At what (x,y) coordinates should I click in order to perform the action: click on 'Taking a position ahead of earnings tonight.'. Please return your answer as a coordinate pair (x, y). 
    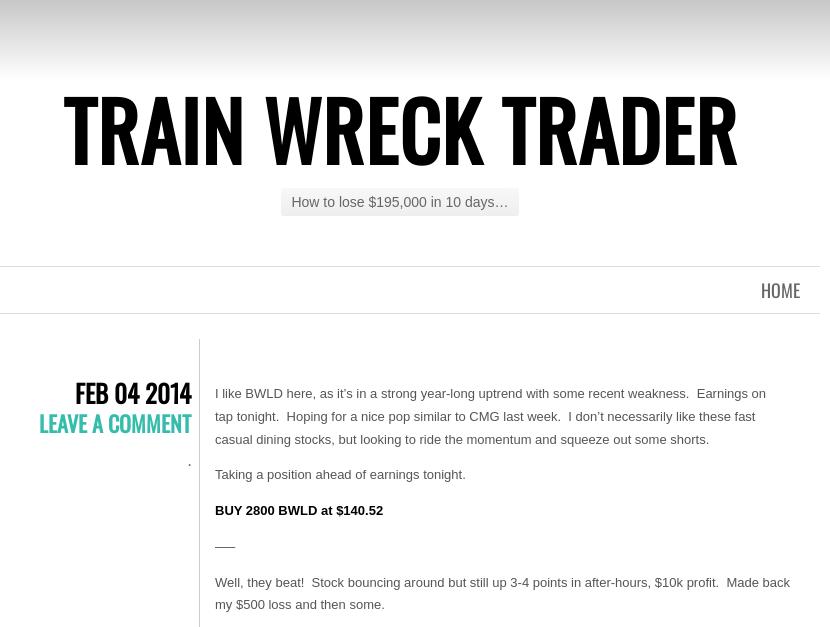
    Looking at the image, I should click on (339, 473).